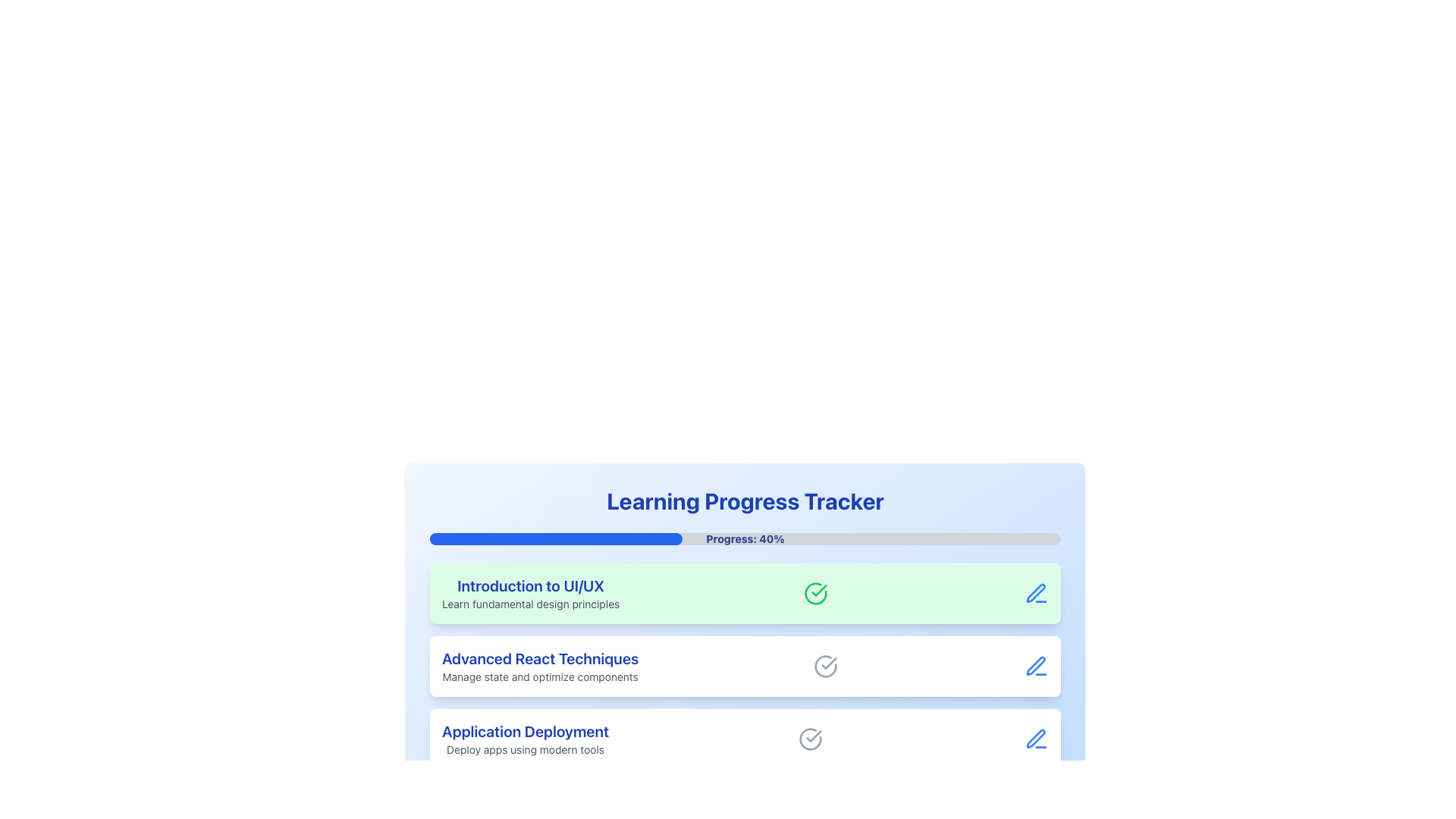 This screenshot has width=1456, height=819. I want to click on the text label displaying 'Introduction to UI/UX' and 'Learn fundamental design principles', which is located in the top portion of a green background section, directly below the 'Learning Progress Tracker' heading, so click(531, 593).